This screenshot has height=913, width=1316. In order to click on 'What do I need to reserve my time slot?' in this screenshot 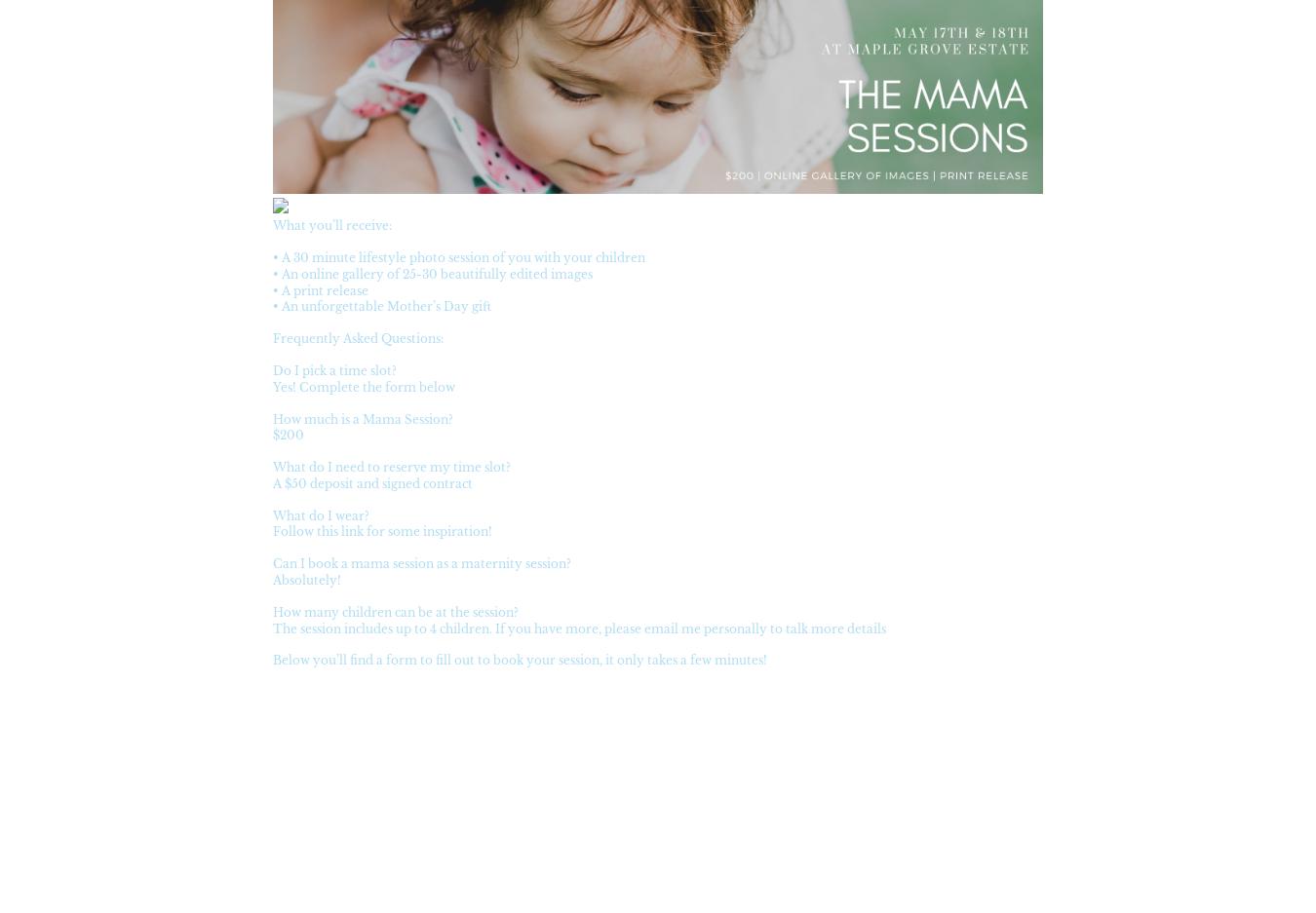, I will do `click(392, 467)`.